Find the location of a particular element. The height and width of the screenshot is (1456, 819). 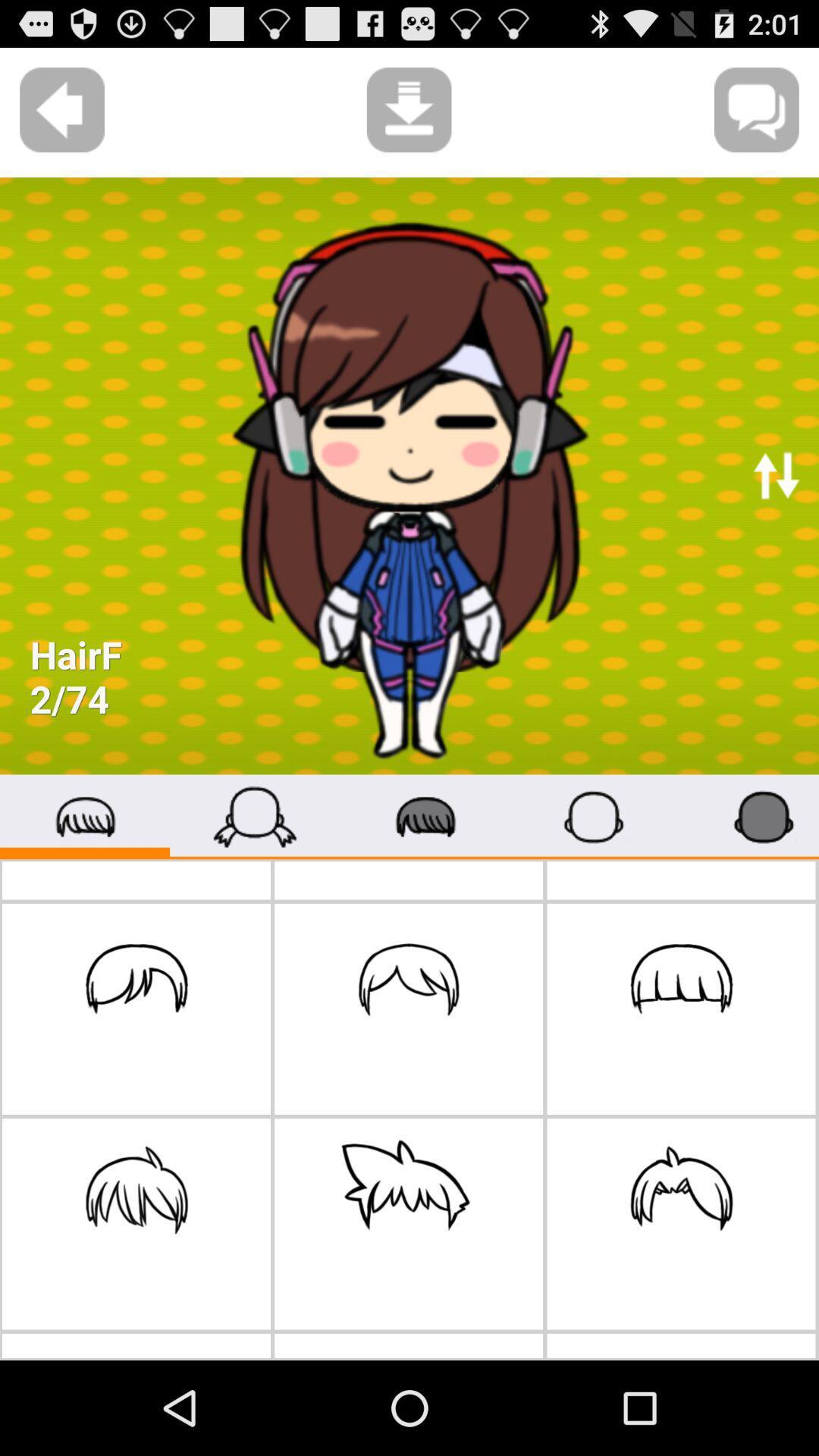

the chat icon is located at coordinates (756, 117).